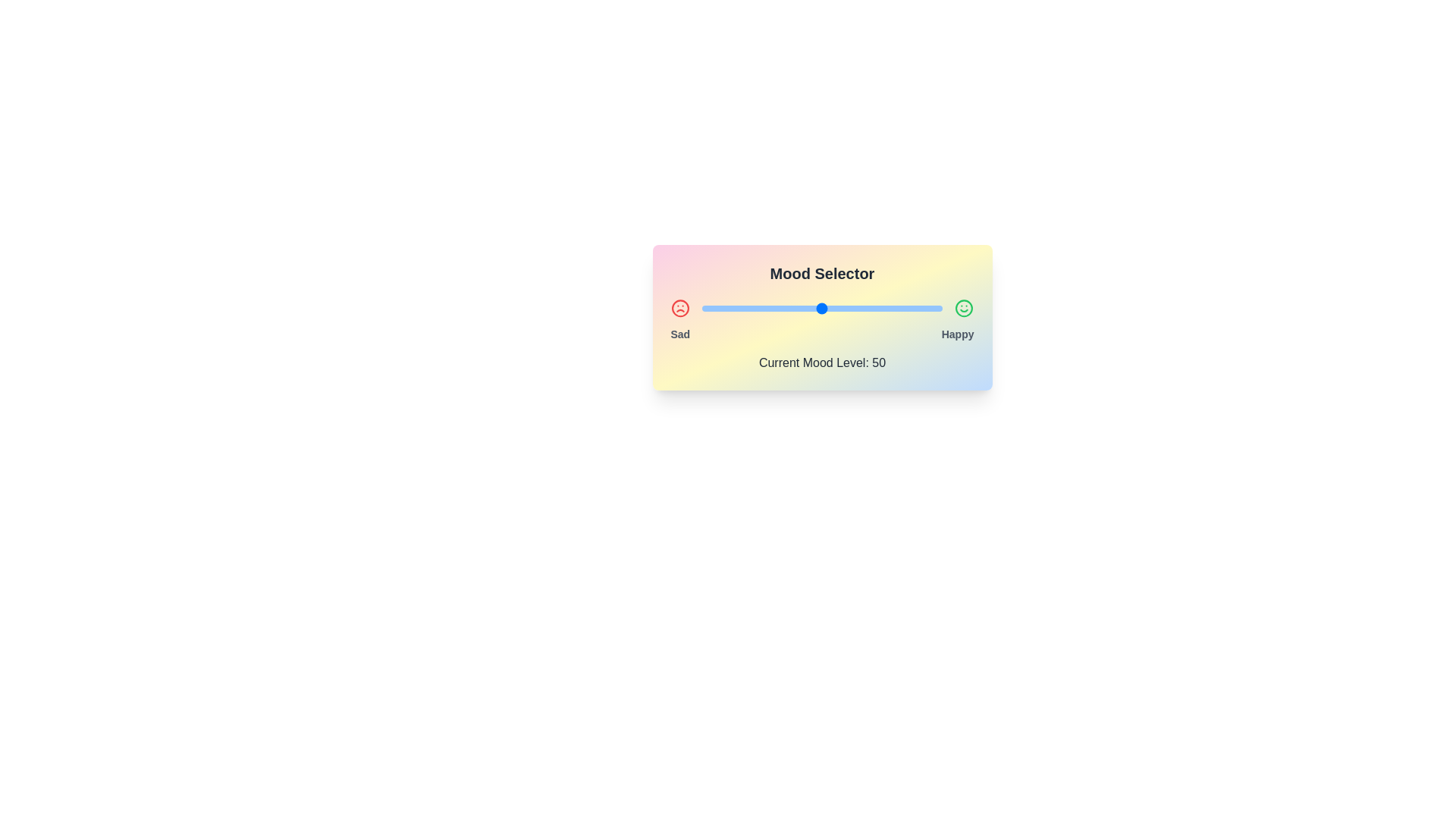 This screenshot has height=819, width=1456. What do you see at coordinates (829, 308) in the screenshot?
I see `the mood level to 53 by interacting with the slider` at bounding box center [829, 308].